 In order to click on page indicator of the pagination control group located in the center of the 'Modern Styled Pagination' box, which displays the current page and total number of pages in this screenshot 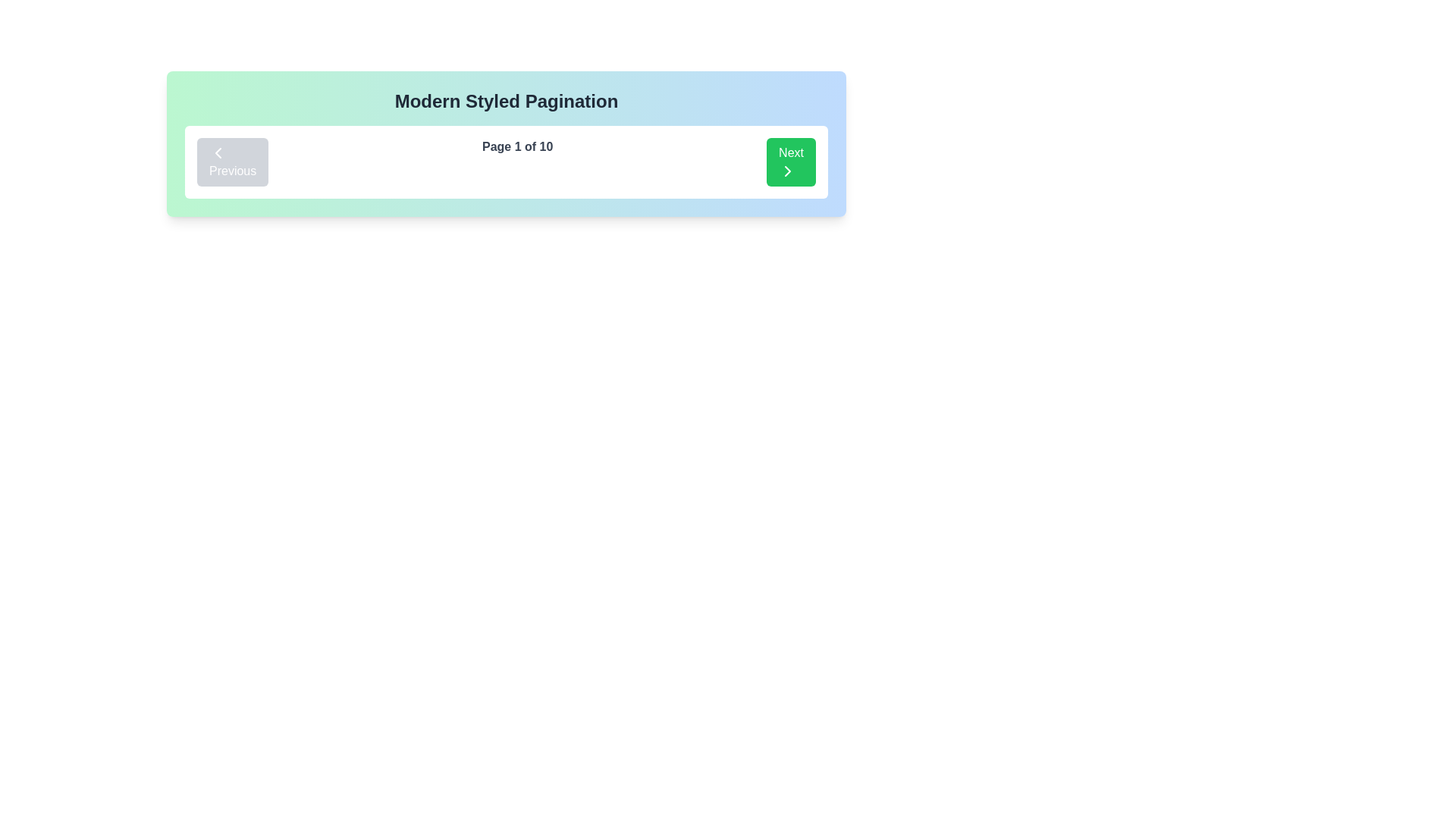, I will do `click(506, 162)`.